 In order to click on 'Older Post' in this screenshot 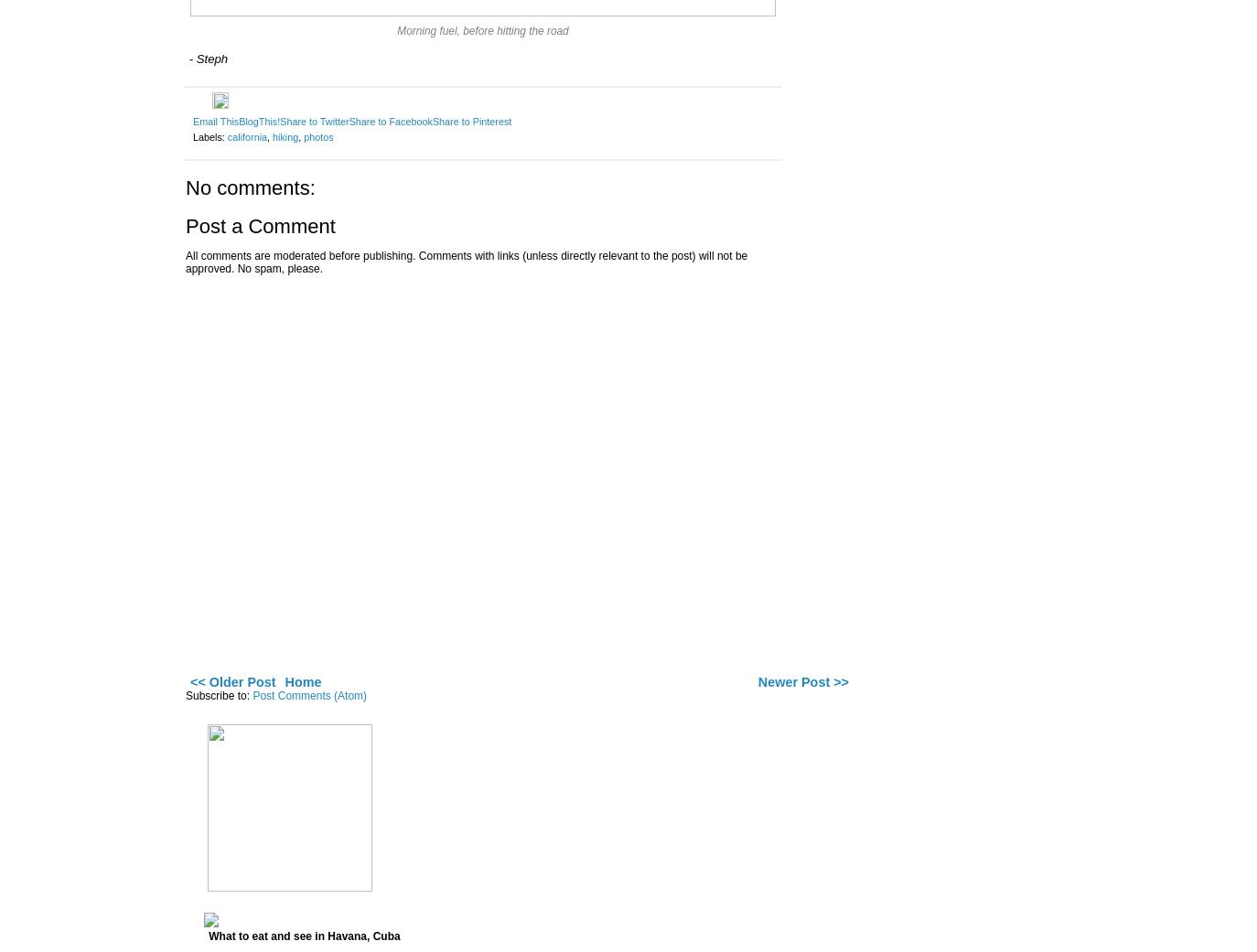, I will do `click(241, 681)`.